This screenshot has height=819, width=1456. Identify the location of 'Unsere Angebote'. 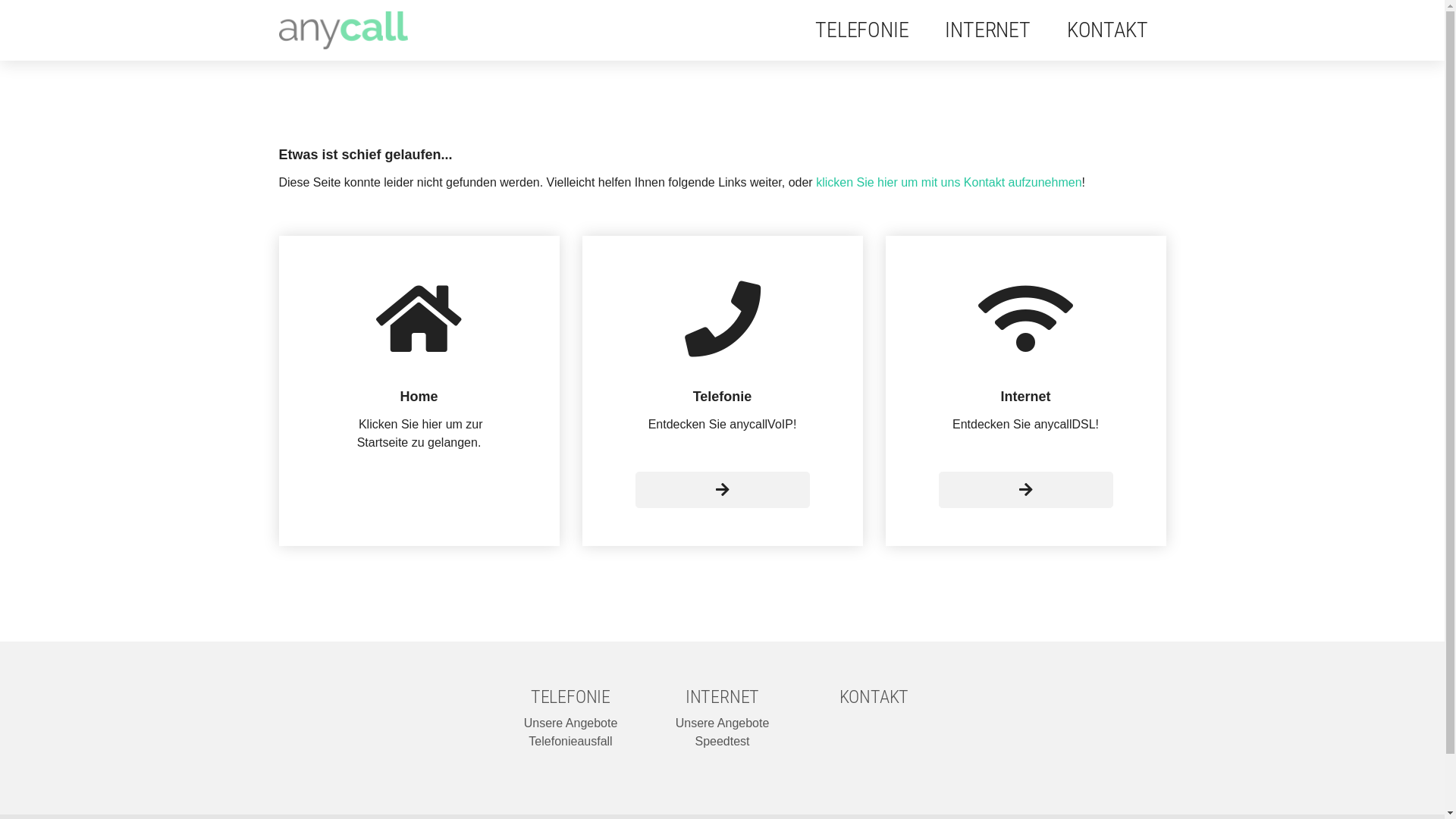
(524, 722).